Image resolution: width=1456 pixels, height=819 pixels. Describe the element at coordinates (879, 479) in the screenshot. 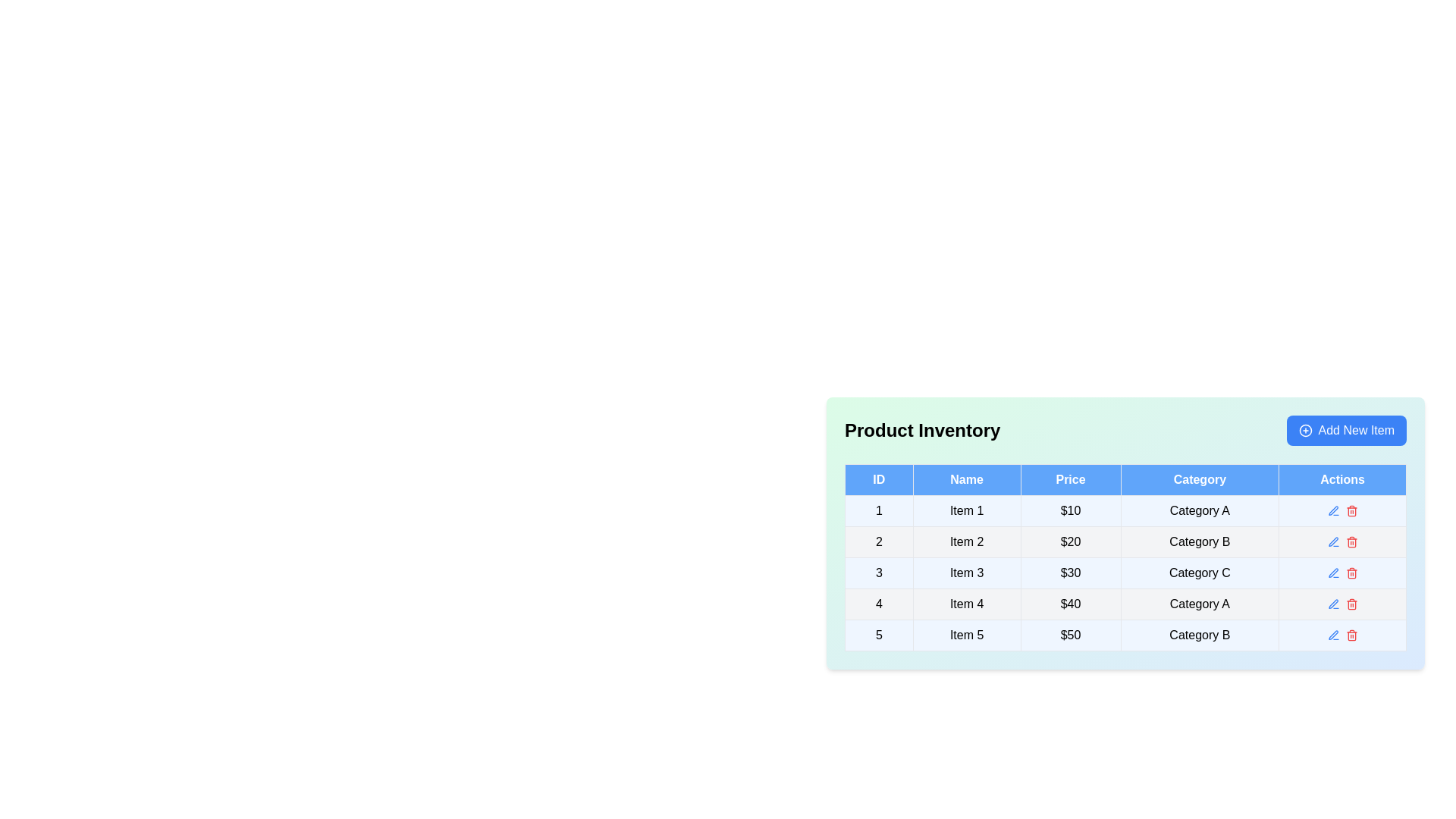

I see `the Table Header Cell that indicates the 'ID' column in the tabular data layout, located at the top-left side of the table` at that location.